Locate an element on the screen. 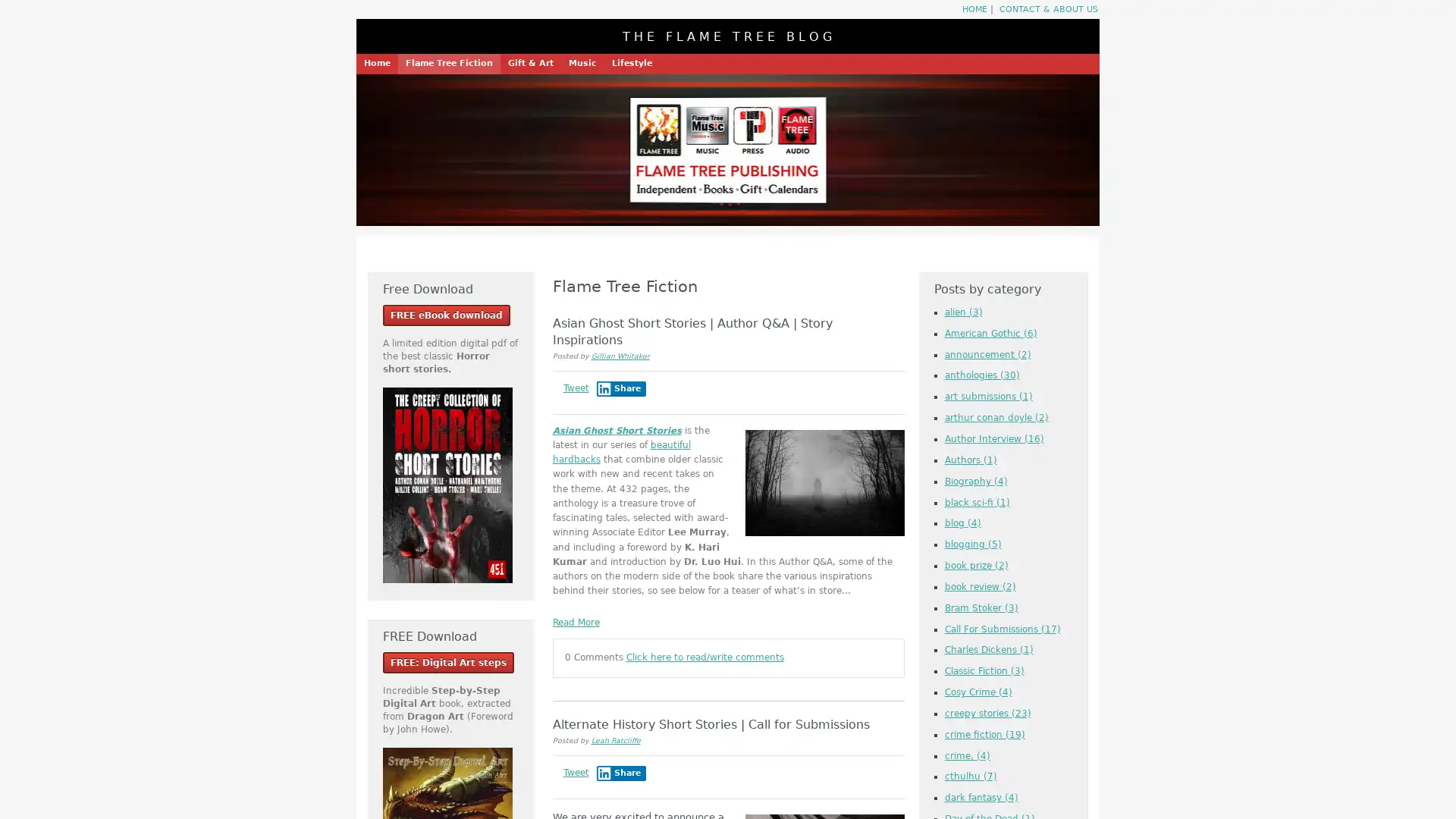 Image resolution: width=1456 pixels, height=819 pixels. Share is located at coordinates (651, 772).